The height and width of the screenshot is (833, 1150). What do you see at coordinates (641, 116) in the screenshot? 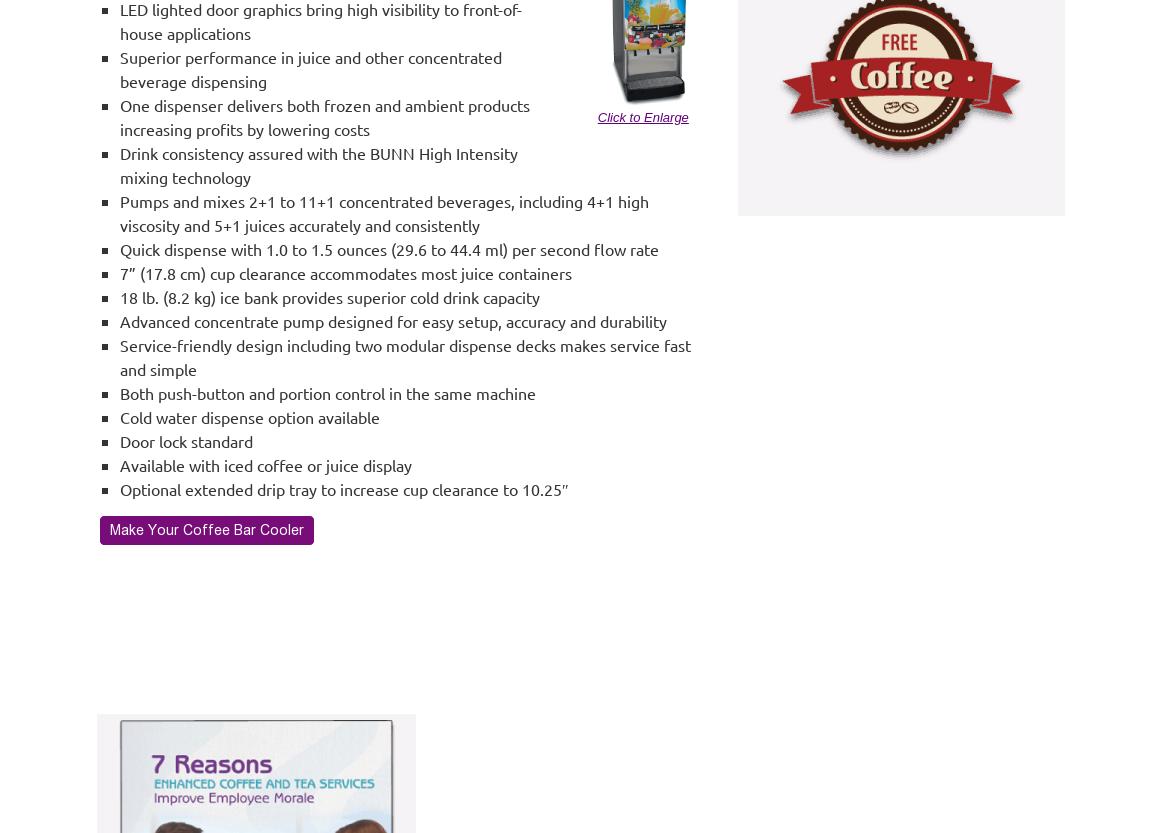
I see `'Click to Enlarge'` at bounding box center [641, 116].